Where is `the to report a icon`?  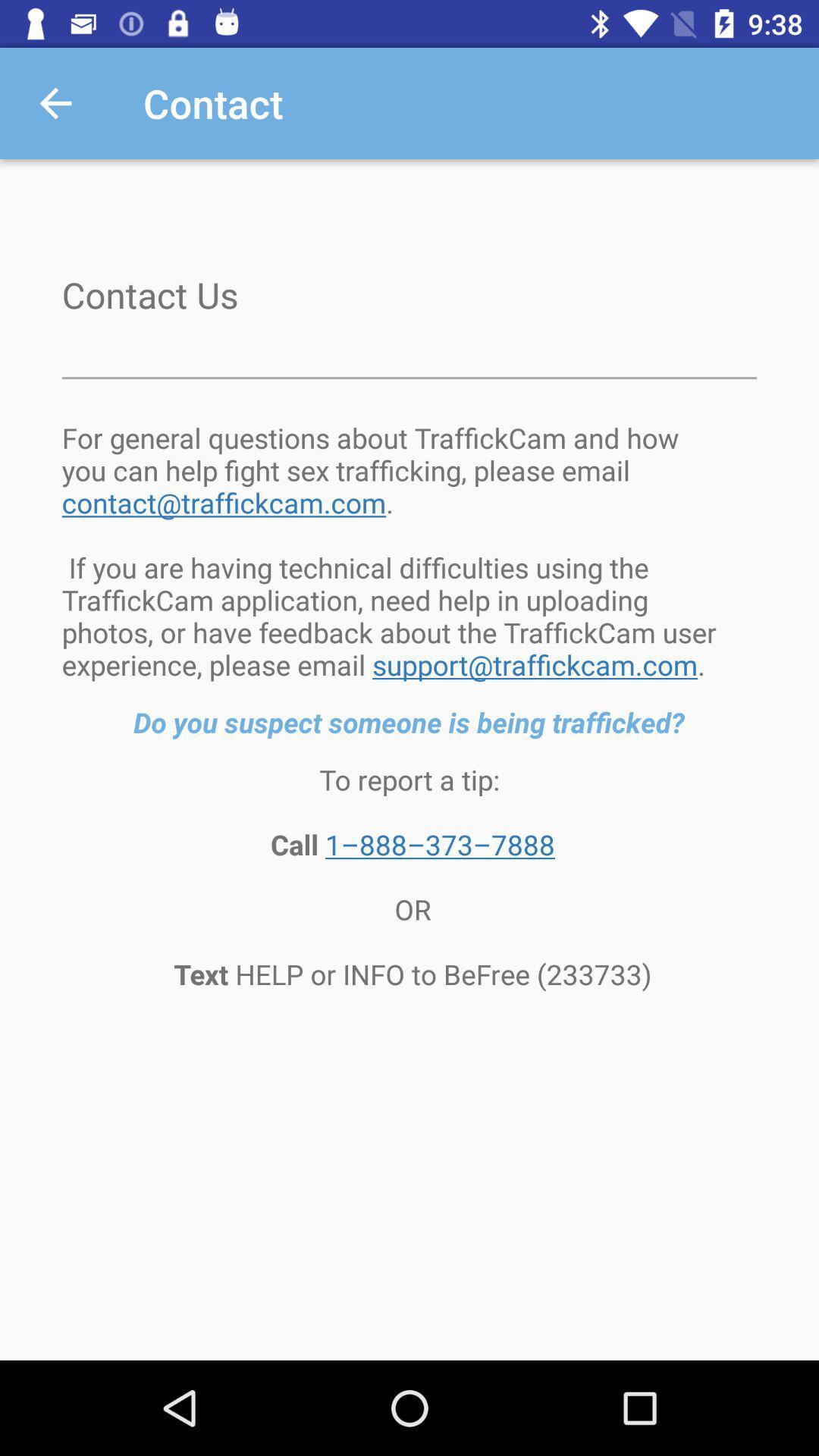 the to report a icon is located at coordinates (409, 877).